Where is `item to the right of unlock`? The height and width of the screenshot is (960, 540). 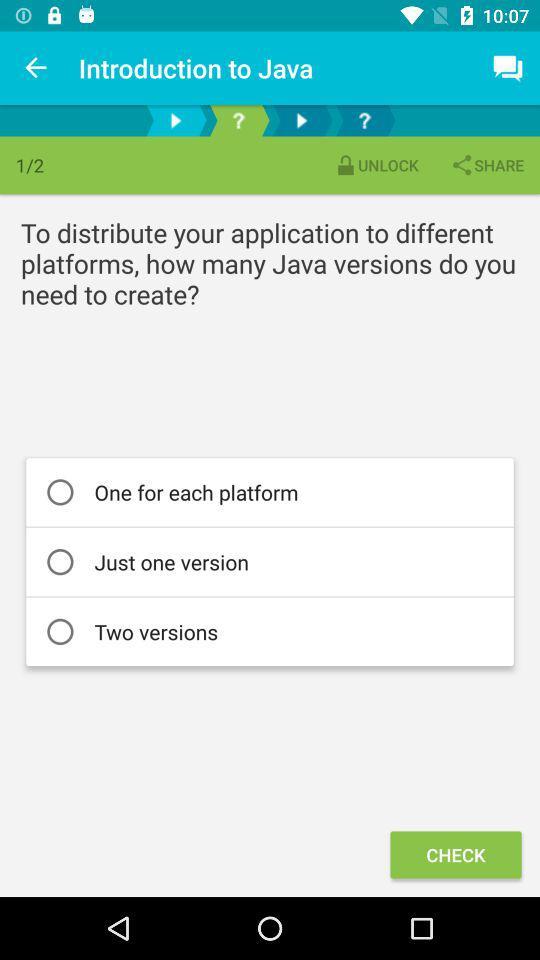
item to the right of unlock is located at coordinates (486, 164).